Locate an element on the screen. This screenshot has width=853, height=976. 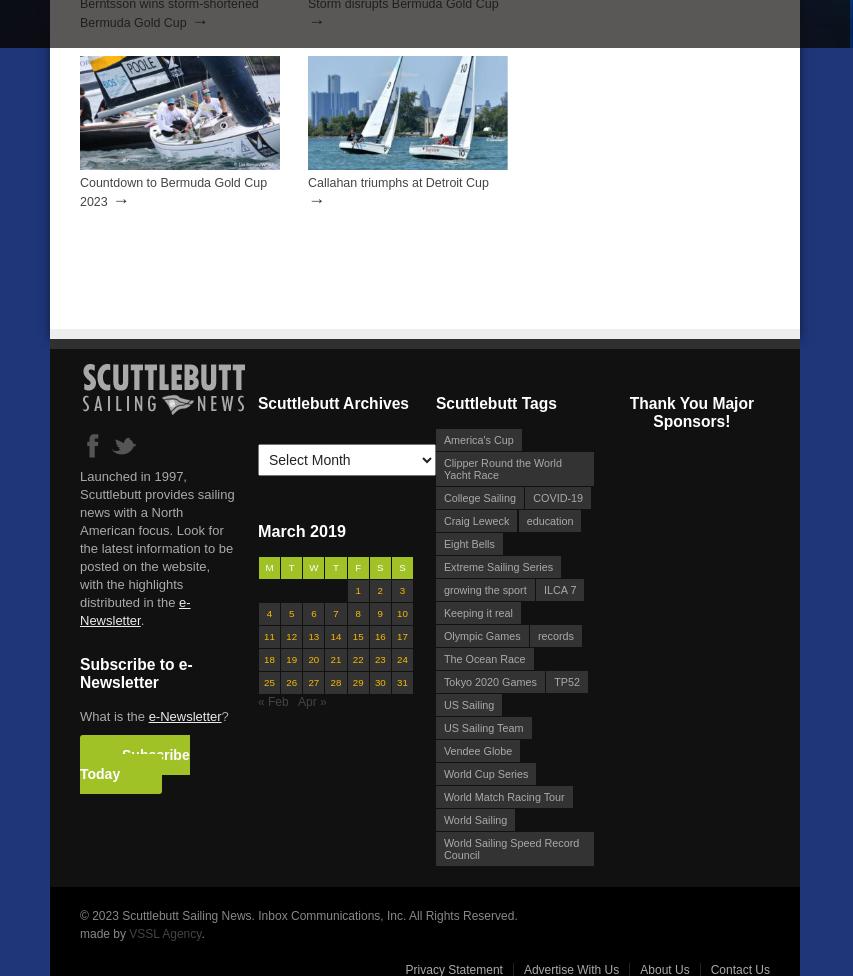
'« Feb' is located at coordinates (271, 699).